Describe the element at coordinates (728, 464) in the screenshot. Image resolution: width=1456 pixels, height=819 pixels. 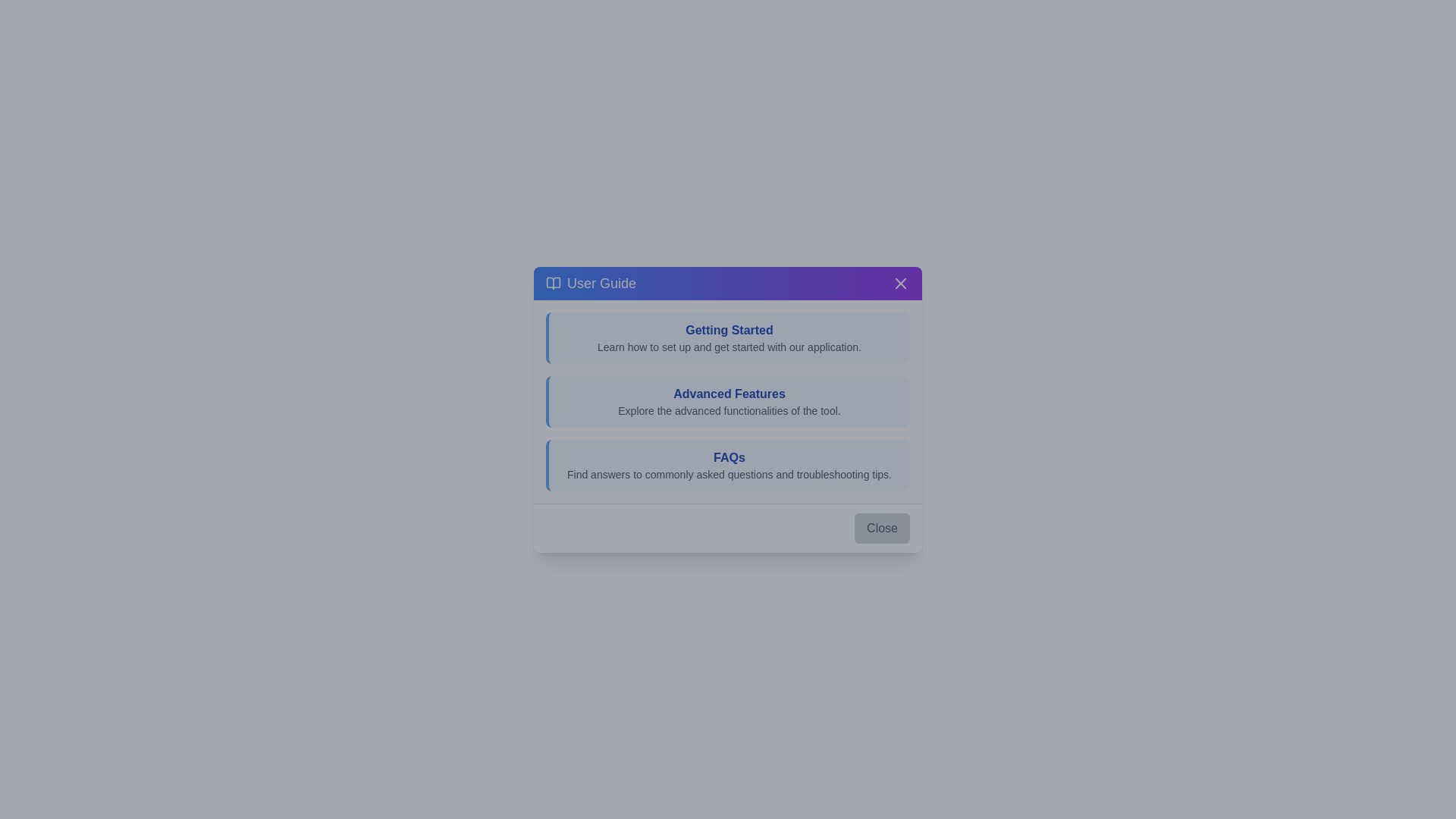
I see `the Informational Box labeled 'FAQs' that contains the description for commonly asked questions, located in the 'User Guide' modal` at that location.